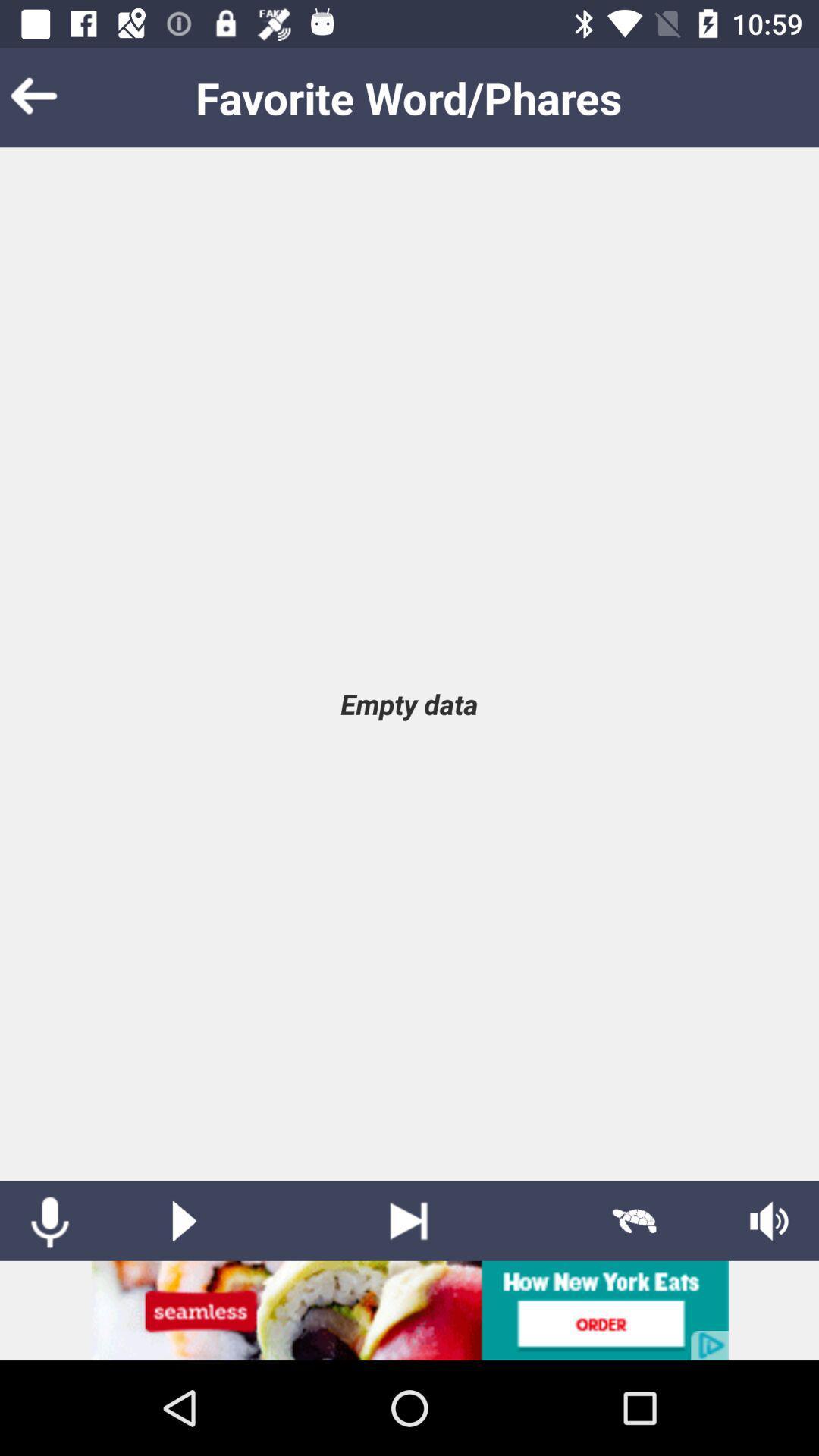 This screenshot has width=819, height=1456. Describe the element at coordinates (634, 1221) in the screenshot. I see `slow mode activation` at that location.